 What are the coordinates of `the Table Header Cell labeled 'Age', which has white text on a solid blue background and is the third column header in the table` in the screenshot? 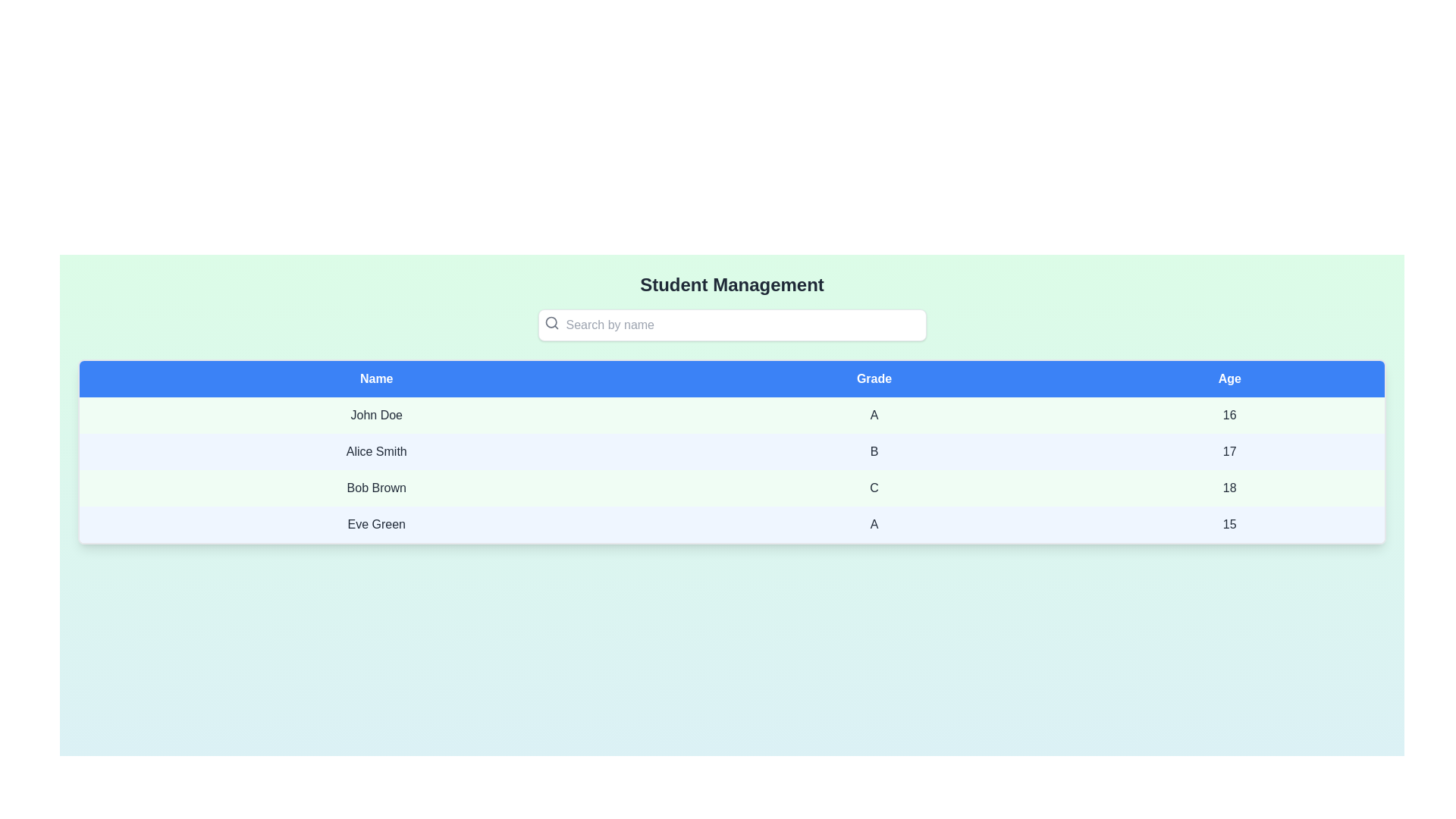 It's located at (1229, 378).